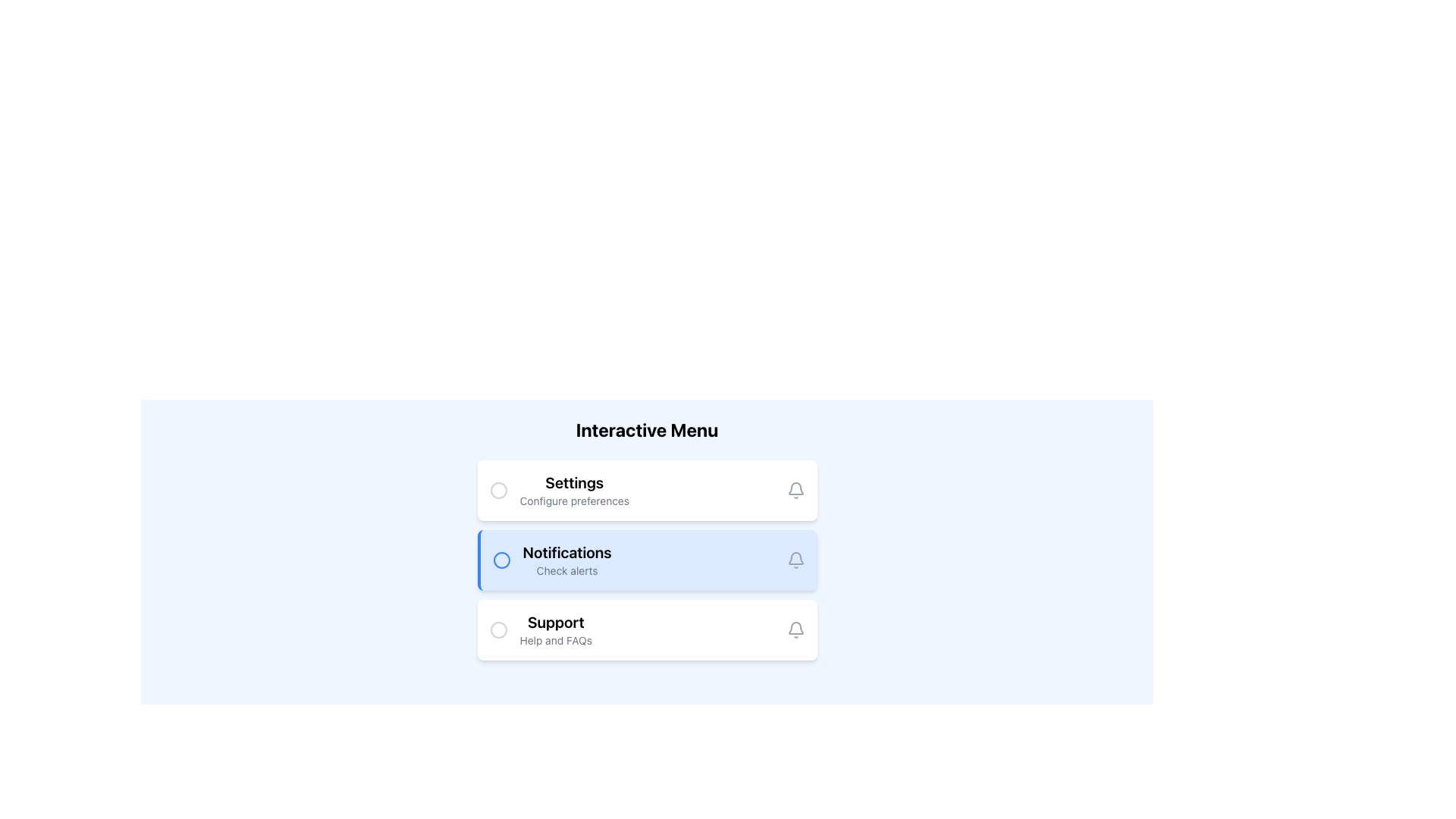  I want to click on the Radio Button located on the leftmost region of the 'Support' section, so click(498, 629).